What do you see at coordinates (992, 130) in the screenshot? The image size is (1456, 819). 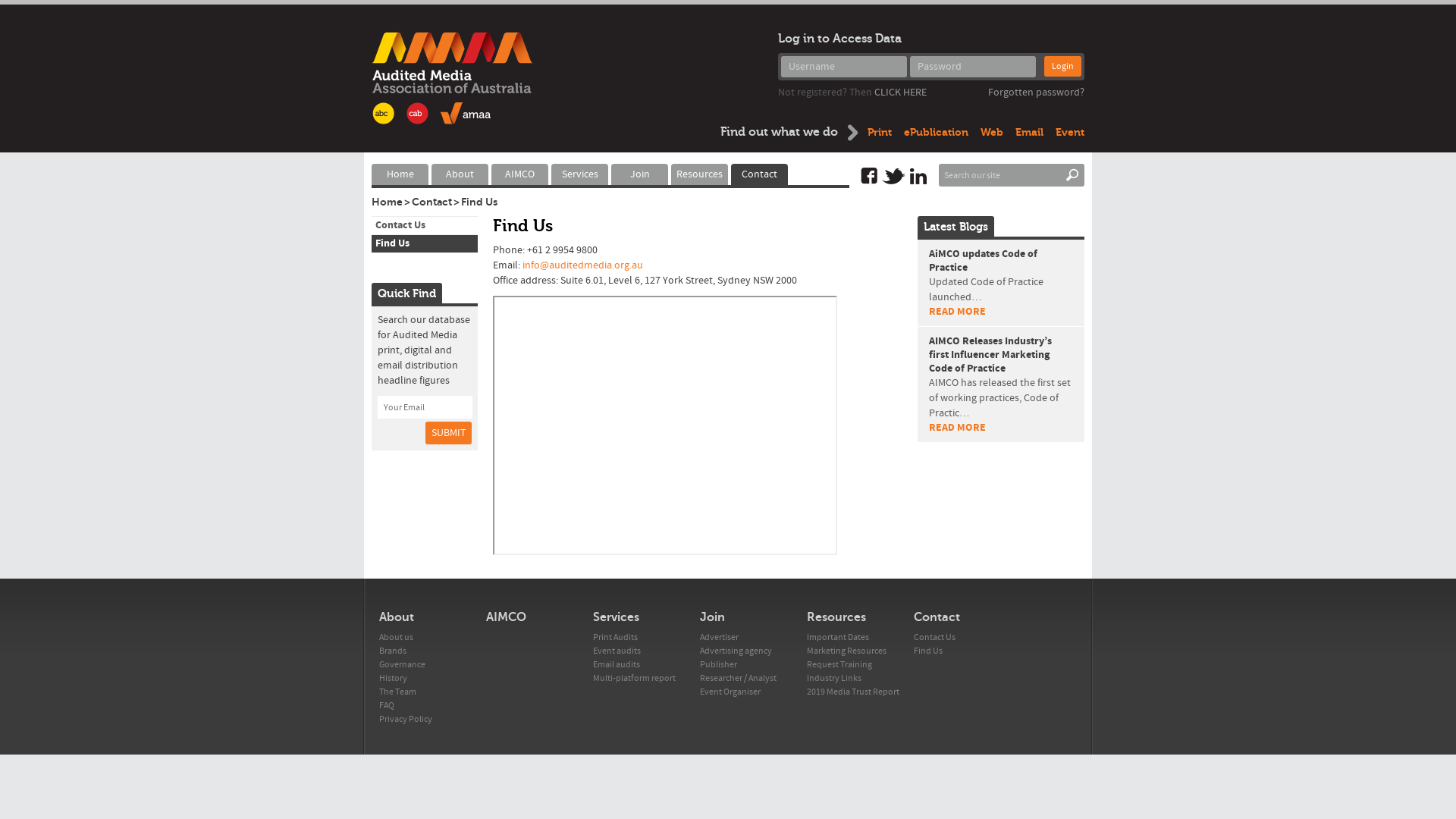 I see `'Web'` at bounding box center [992, 130].